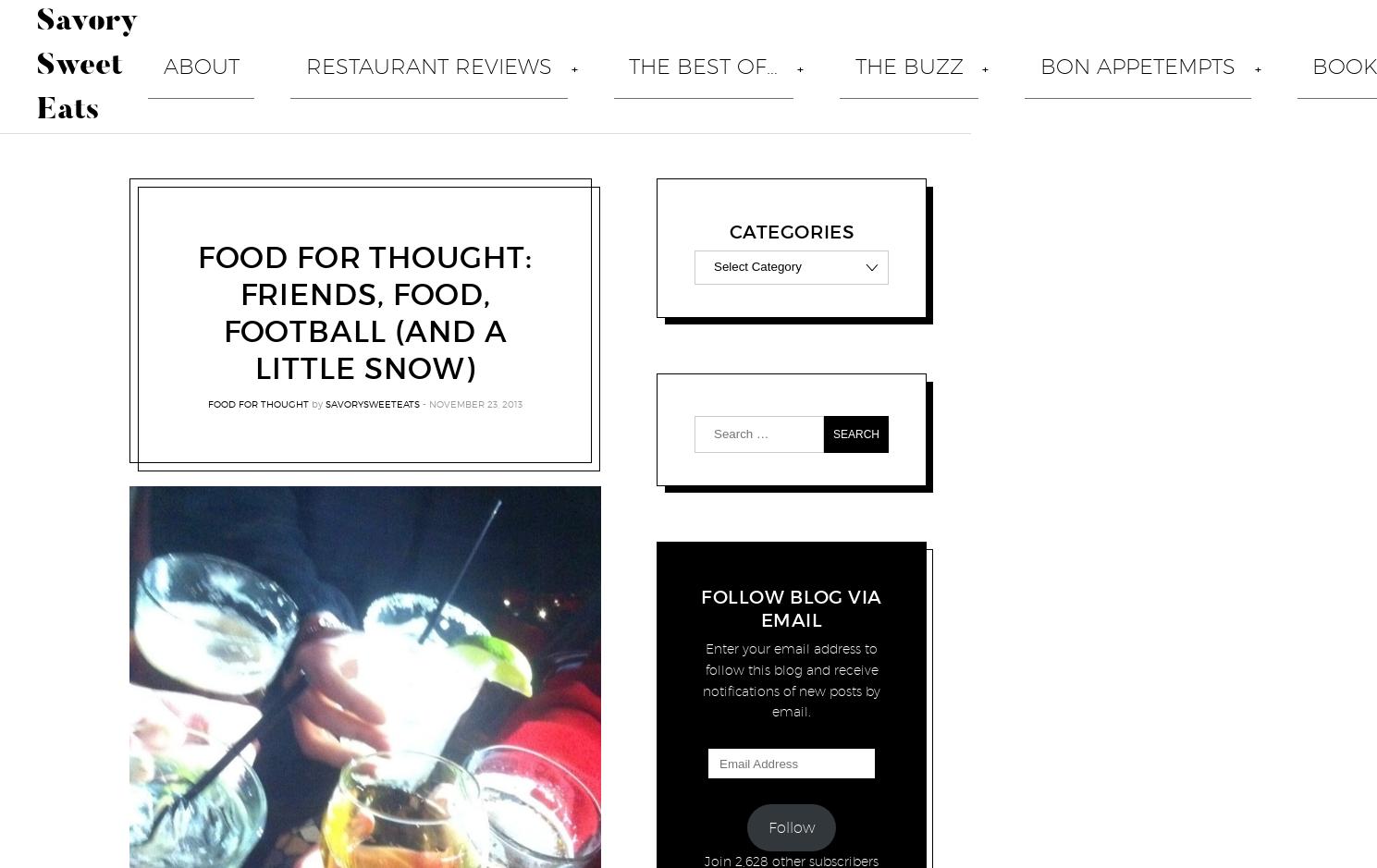  I want to click on 'Diners', so click(494, 502).